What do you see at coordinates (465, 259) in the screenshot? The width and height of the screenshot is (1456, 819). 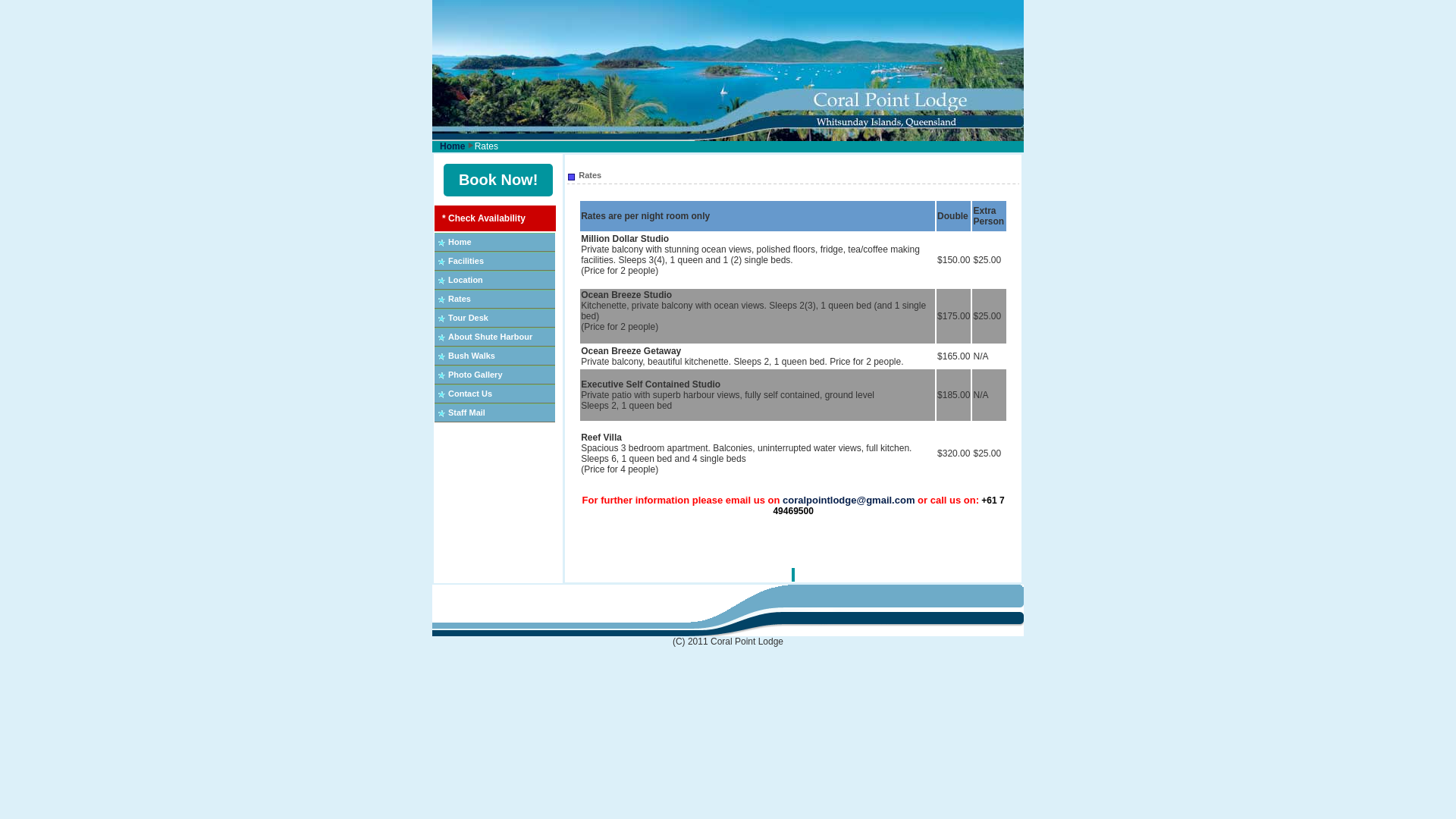 I see `'Facilities'` at bounding box center [465, 259].